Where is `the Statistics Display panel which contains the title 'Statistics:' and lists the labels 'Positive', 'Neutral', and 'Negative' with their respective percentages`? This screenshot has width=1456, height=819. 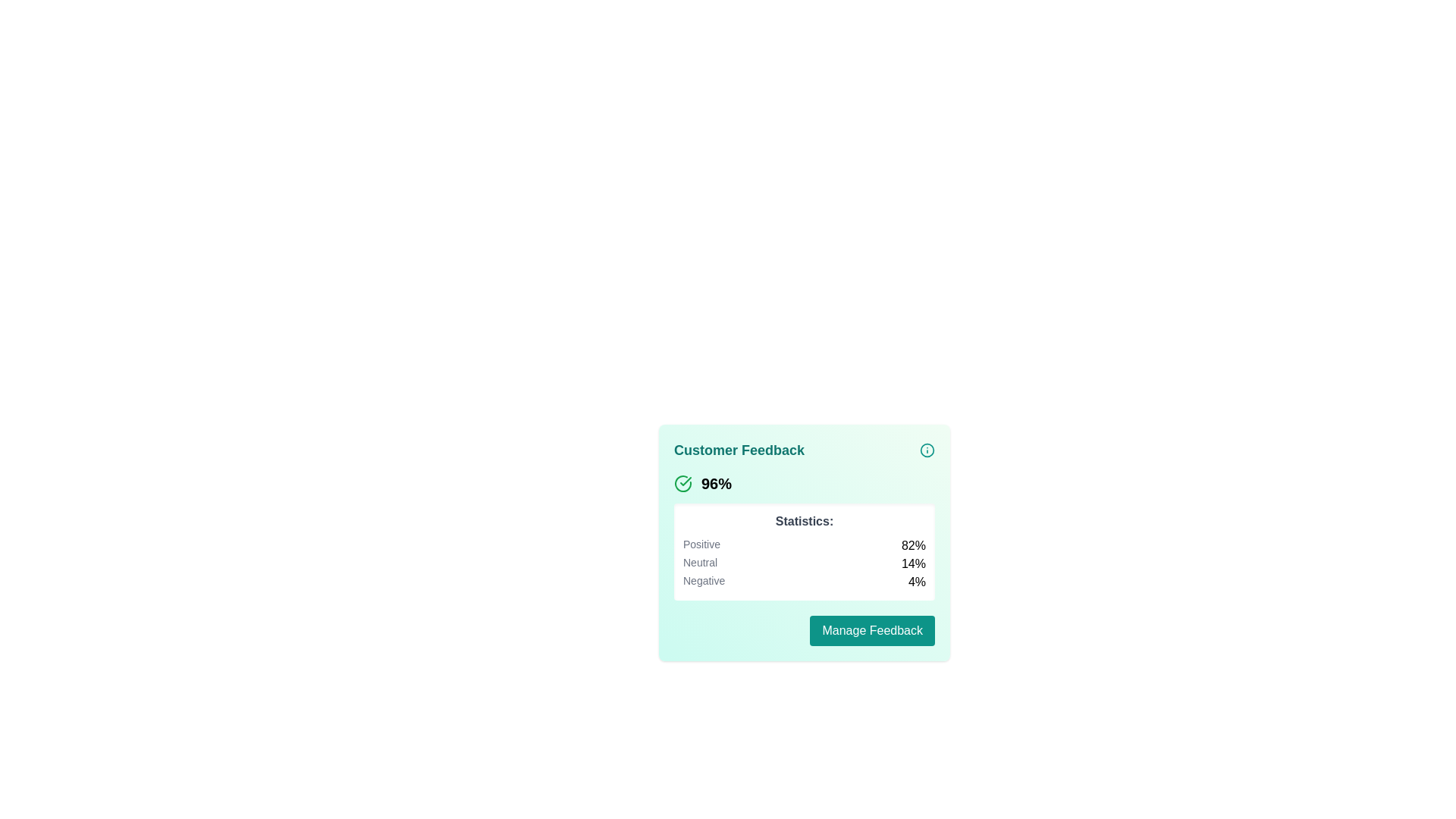 the Statistics Display panel which contains the title 'Statistics:' and lists the labels 'Positive', 'Neutral', and 'Negative' with their respective percentages is located at coordinates (803, 552).